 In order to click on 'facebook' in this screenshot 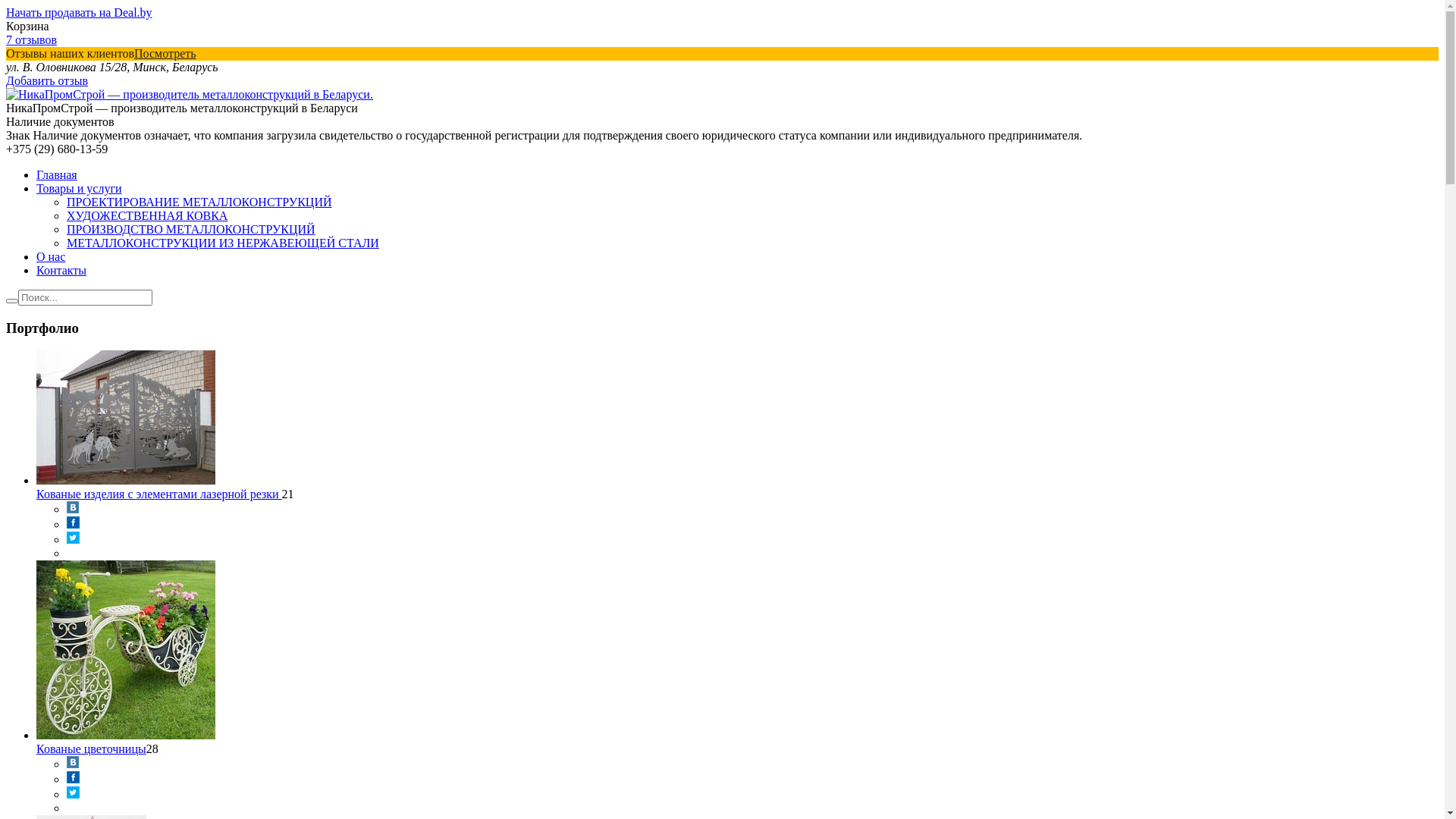, I will do `click(65, 523)`.